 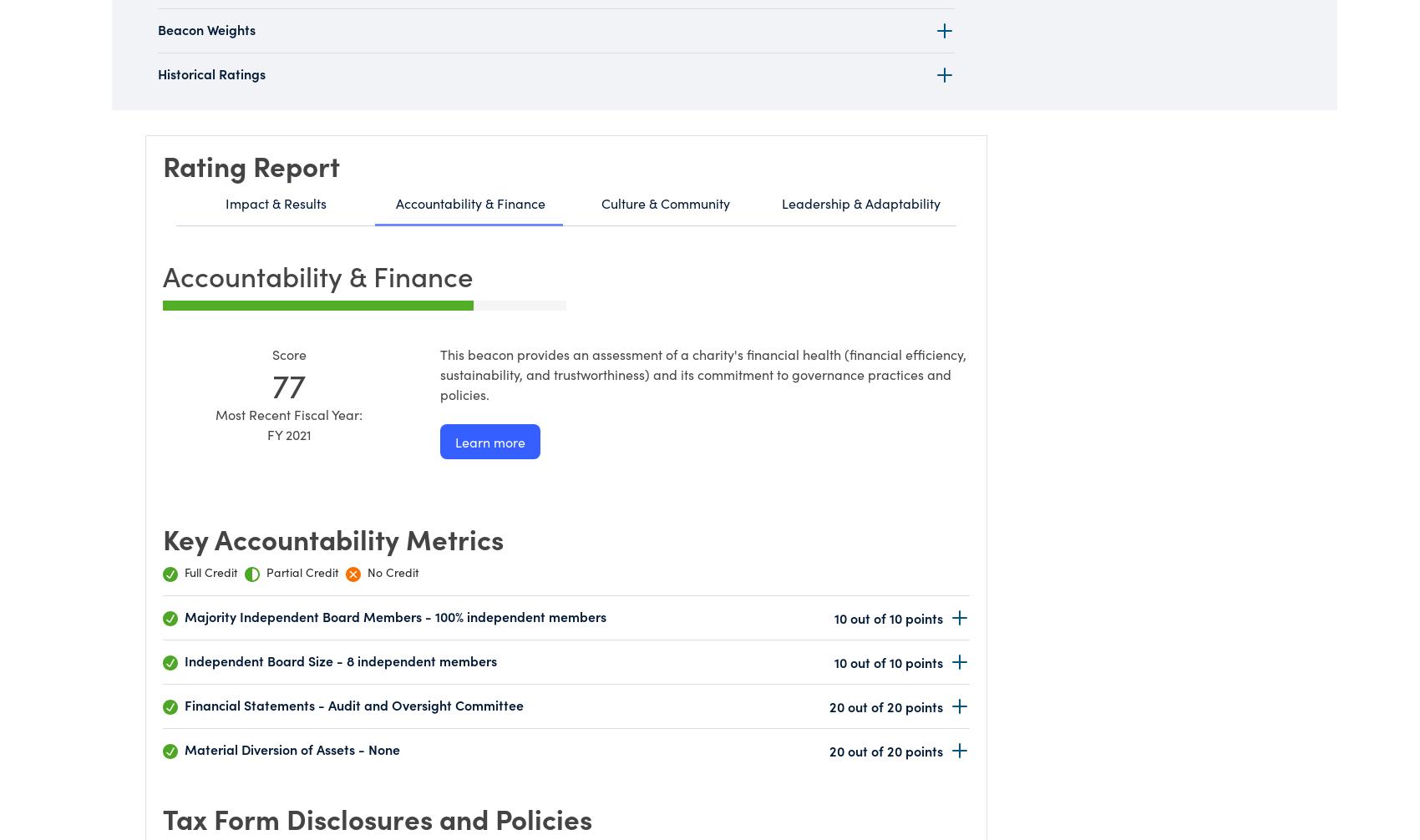 What do you see at coordinates (266, 434) in the screenshot?
I see `'FY 2021'` at bounding box center [266, 434].